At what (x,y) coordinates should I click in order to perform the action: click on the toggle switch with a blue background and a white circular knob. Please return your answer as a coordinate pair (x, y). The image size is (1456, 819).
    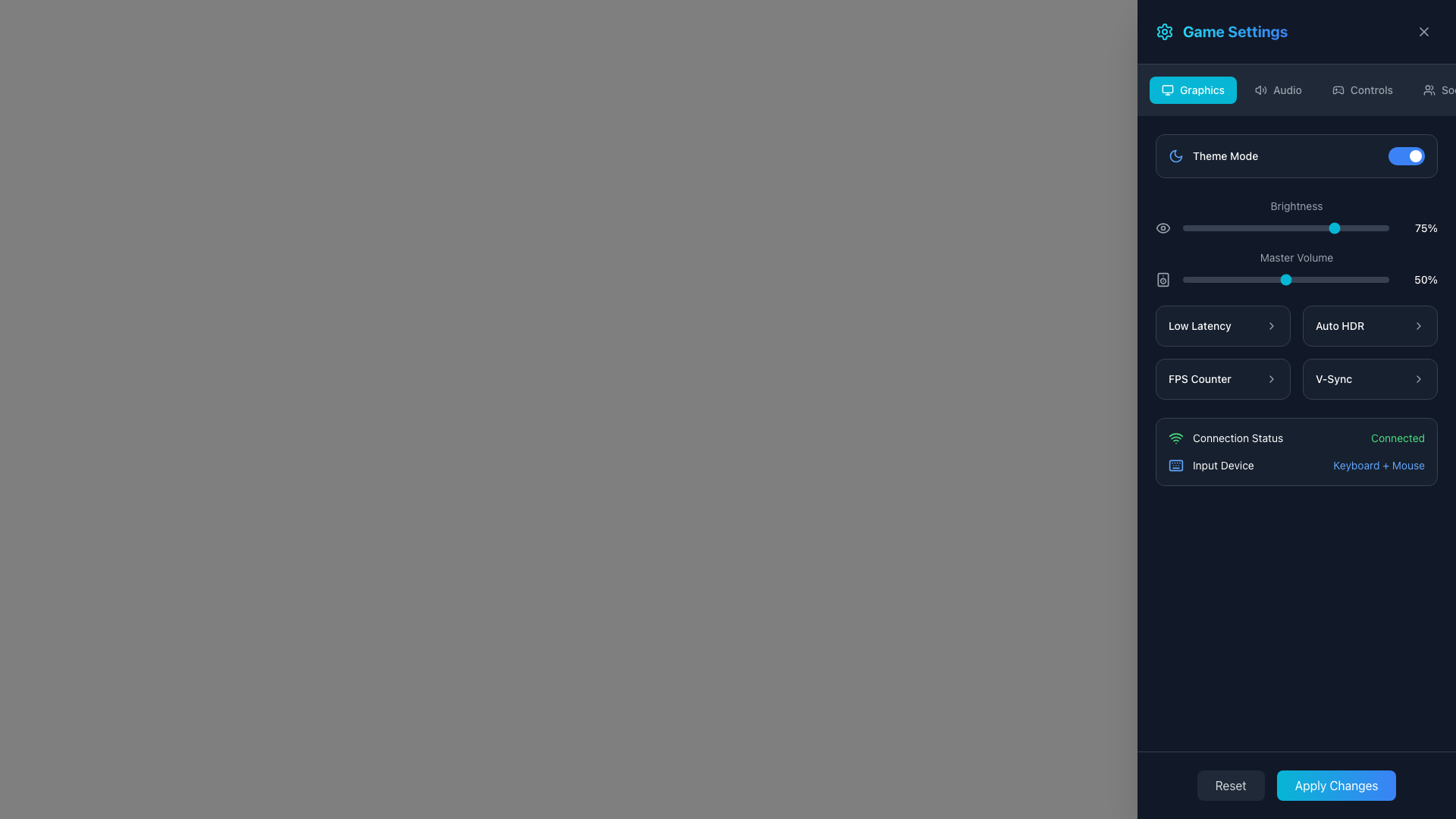
    Looking at the image, I should click on (1405, 155).